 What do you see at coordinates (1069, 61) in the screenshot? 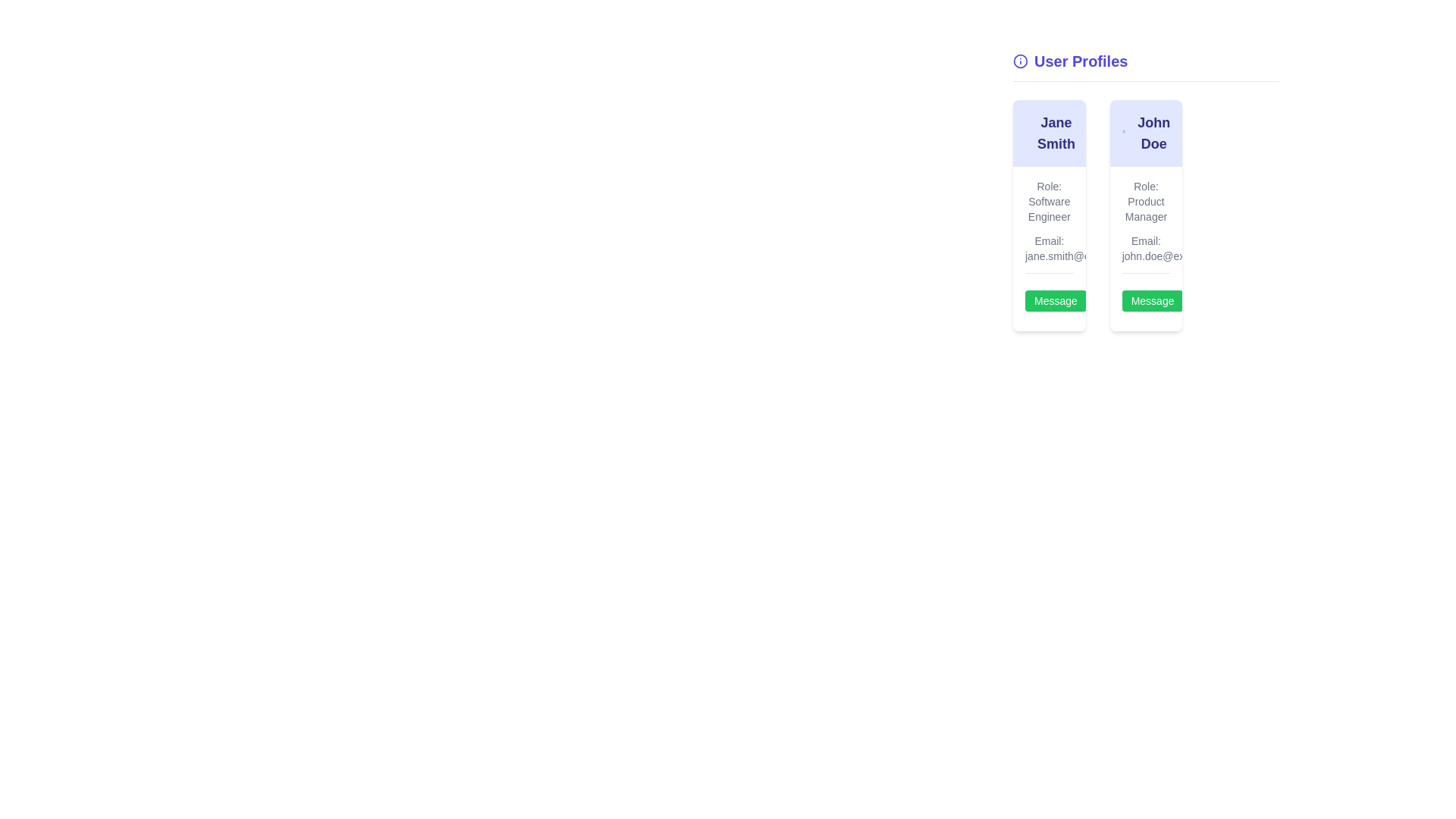
I see `text of the 'User Profiles' header that includes an information icon, positioned at the top-left corner of the section` at bounding box center [1069, 61].